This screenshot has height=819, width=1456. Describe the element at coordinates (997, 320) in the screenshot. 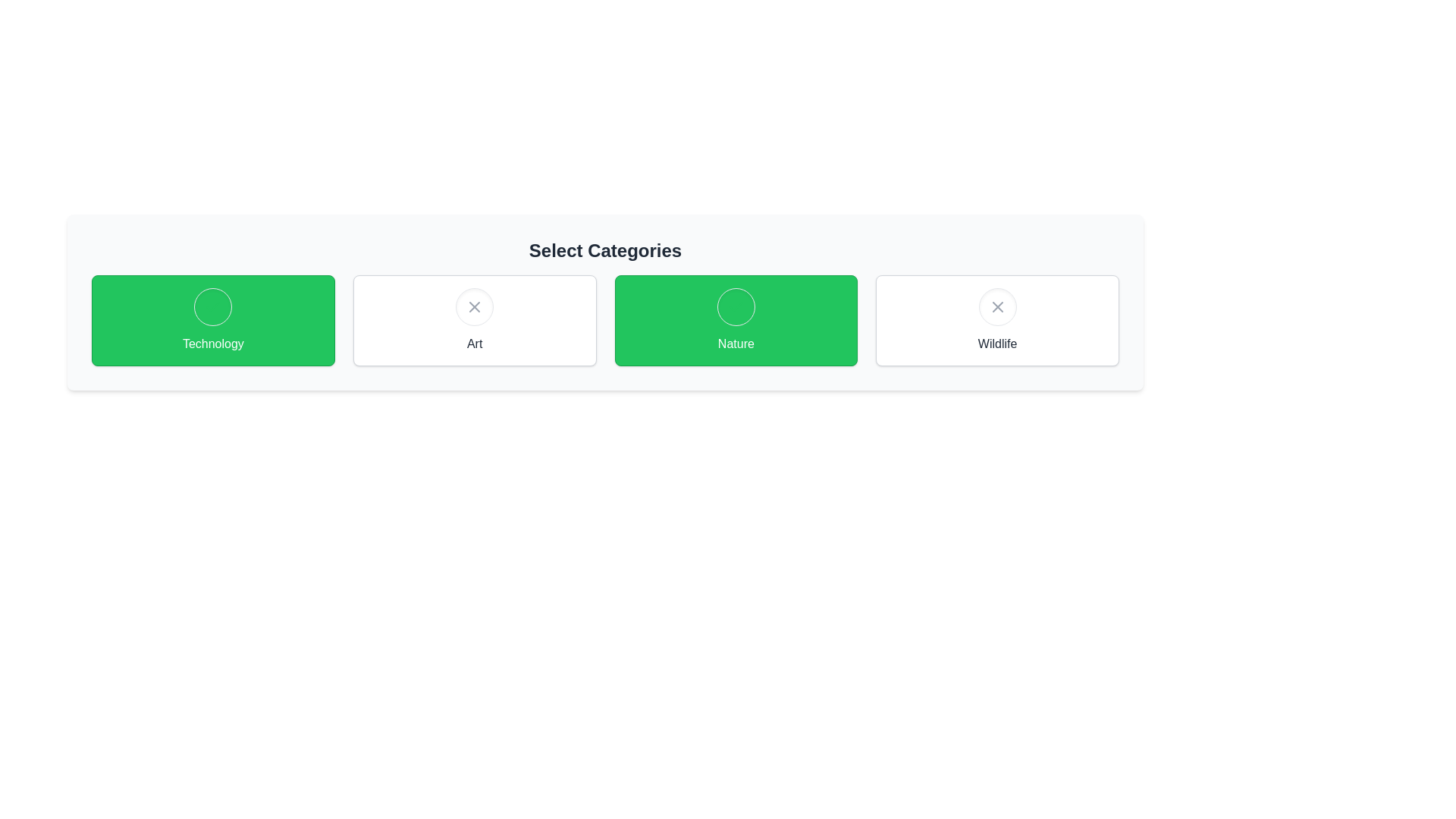

I see `the chip corresponding to the category Wildlife` at that location.